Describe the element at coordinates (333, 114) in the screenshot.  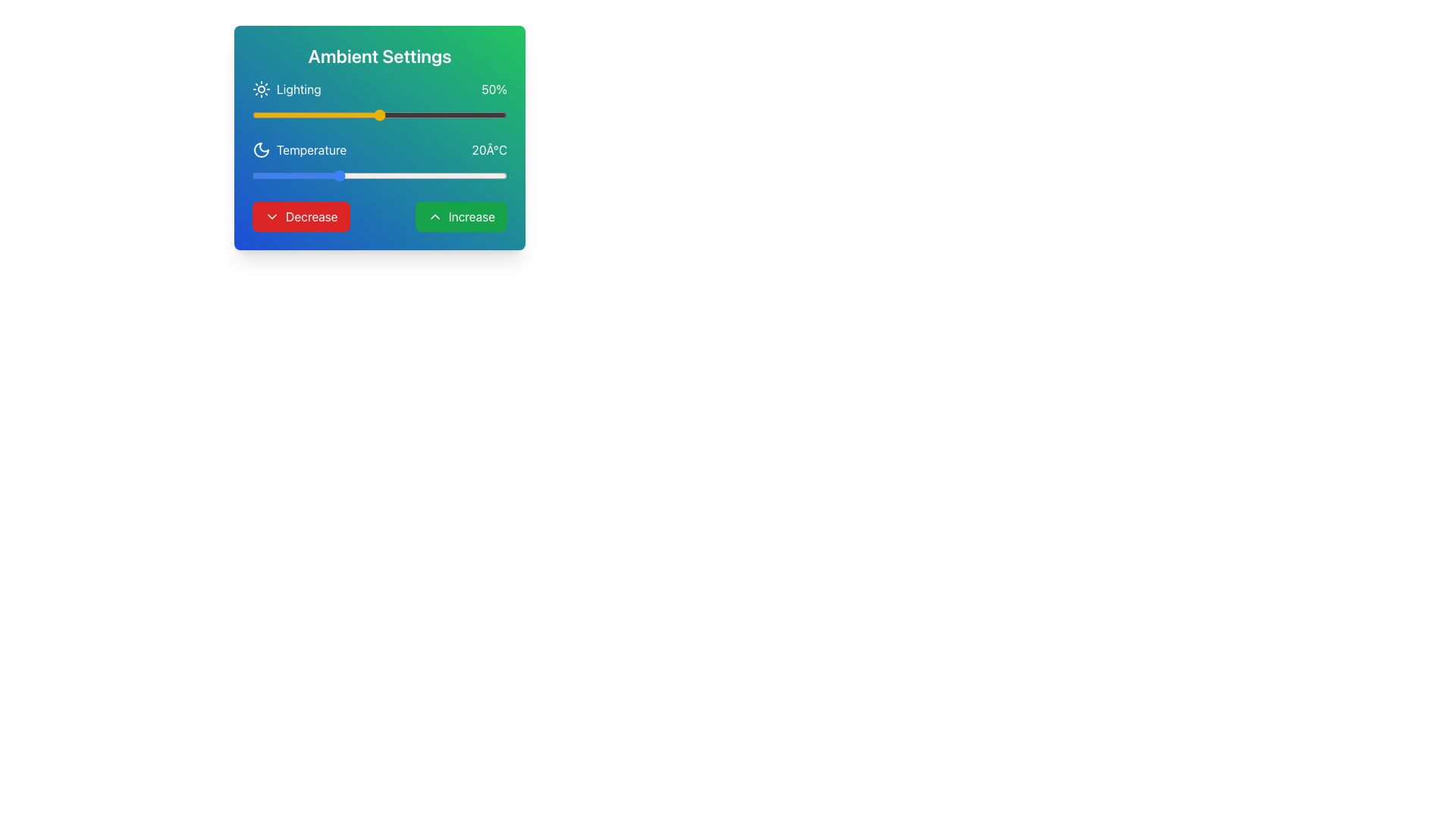
I see `brightness level` at that location.